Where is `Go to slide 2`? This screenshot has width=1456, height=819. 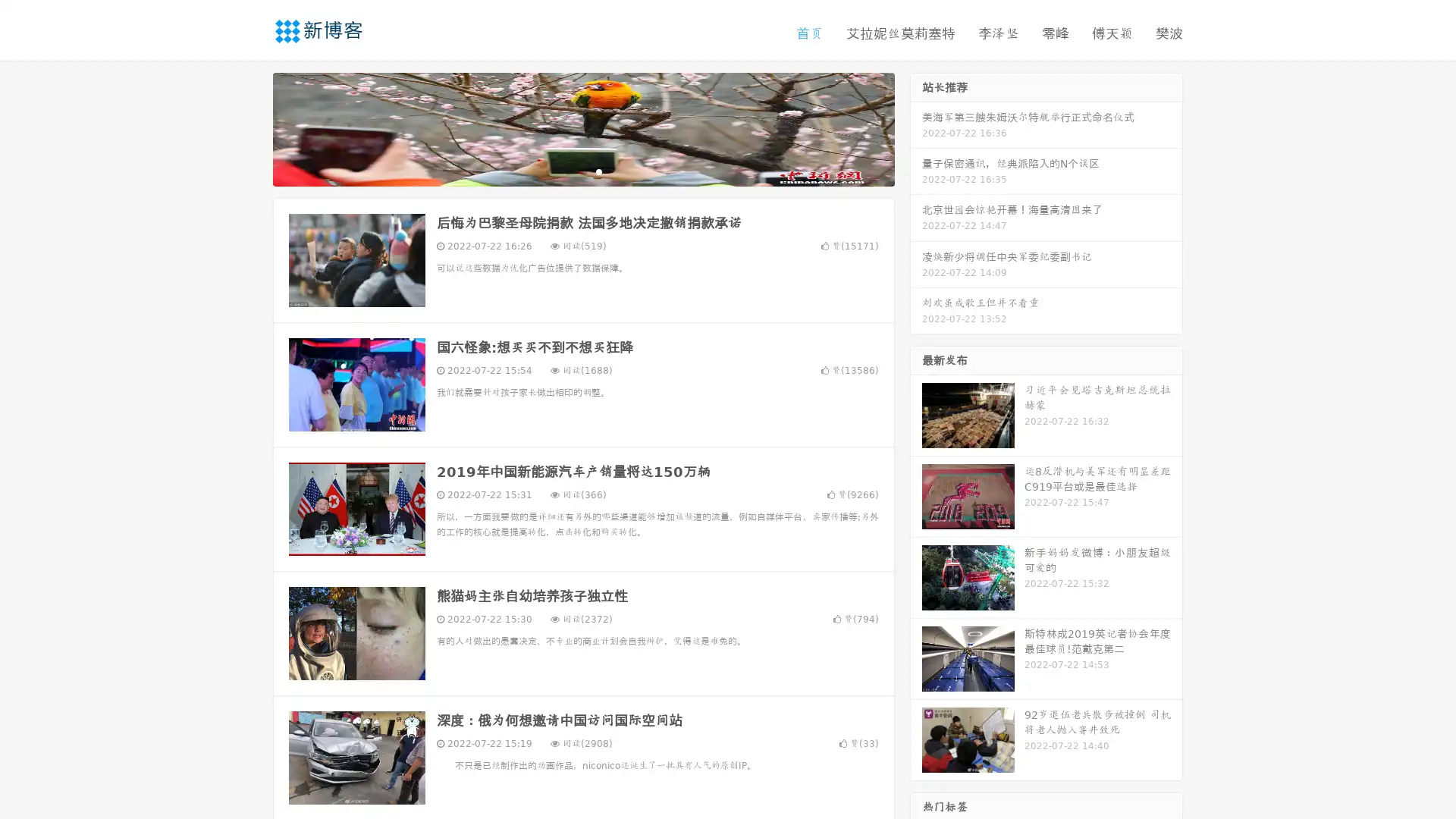 Go to slide 2 is located at coordinates (582, 171).